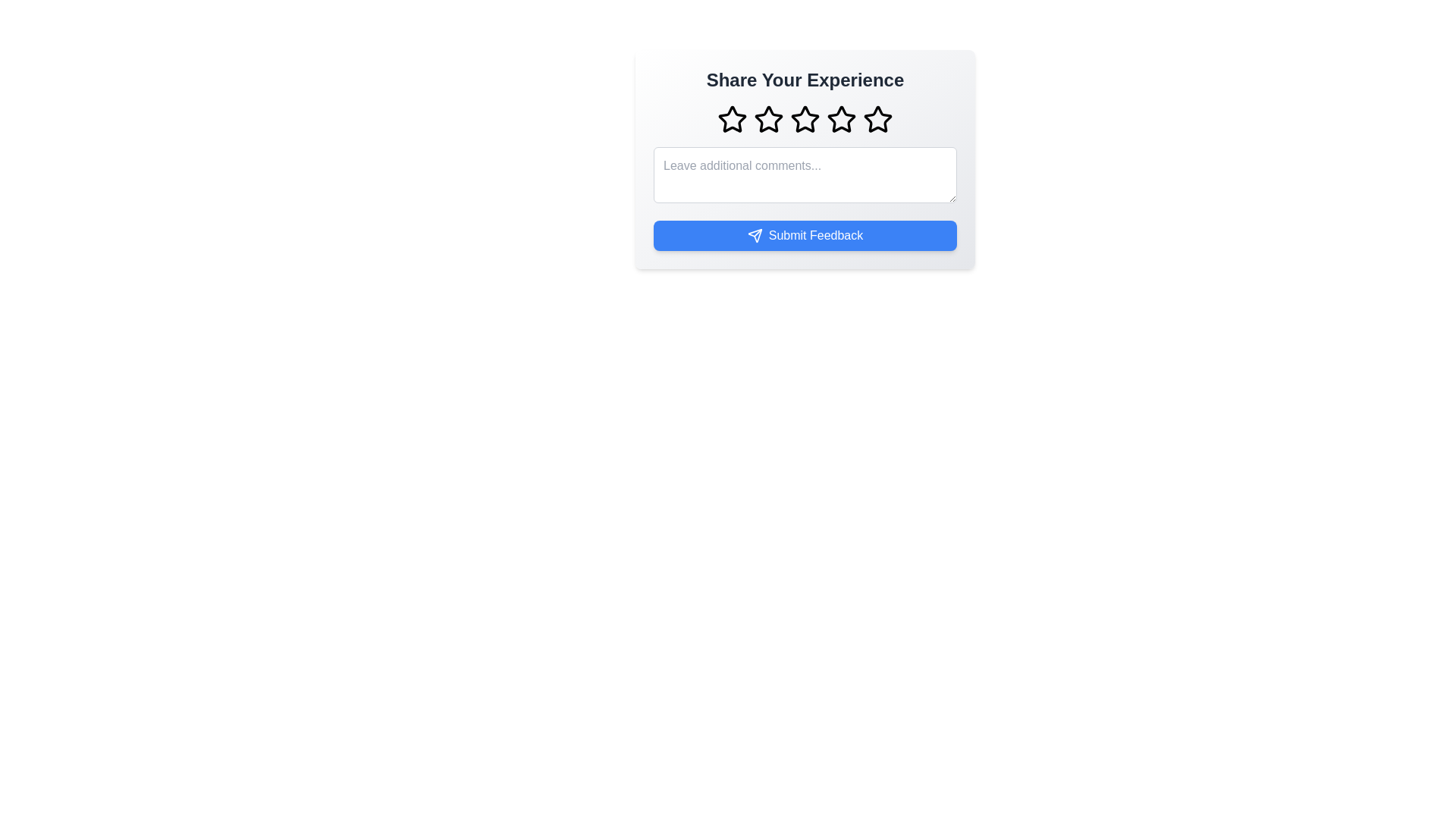 Image resolution: width=1456 pixels, height=819 pixels. What do you see at coordinates (804, 119) in the screenshot?
I see `the star icon in the Rating component located below the 'Share Your Experience' title` at bounding box center [804, 119].